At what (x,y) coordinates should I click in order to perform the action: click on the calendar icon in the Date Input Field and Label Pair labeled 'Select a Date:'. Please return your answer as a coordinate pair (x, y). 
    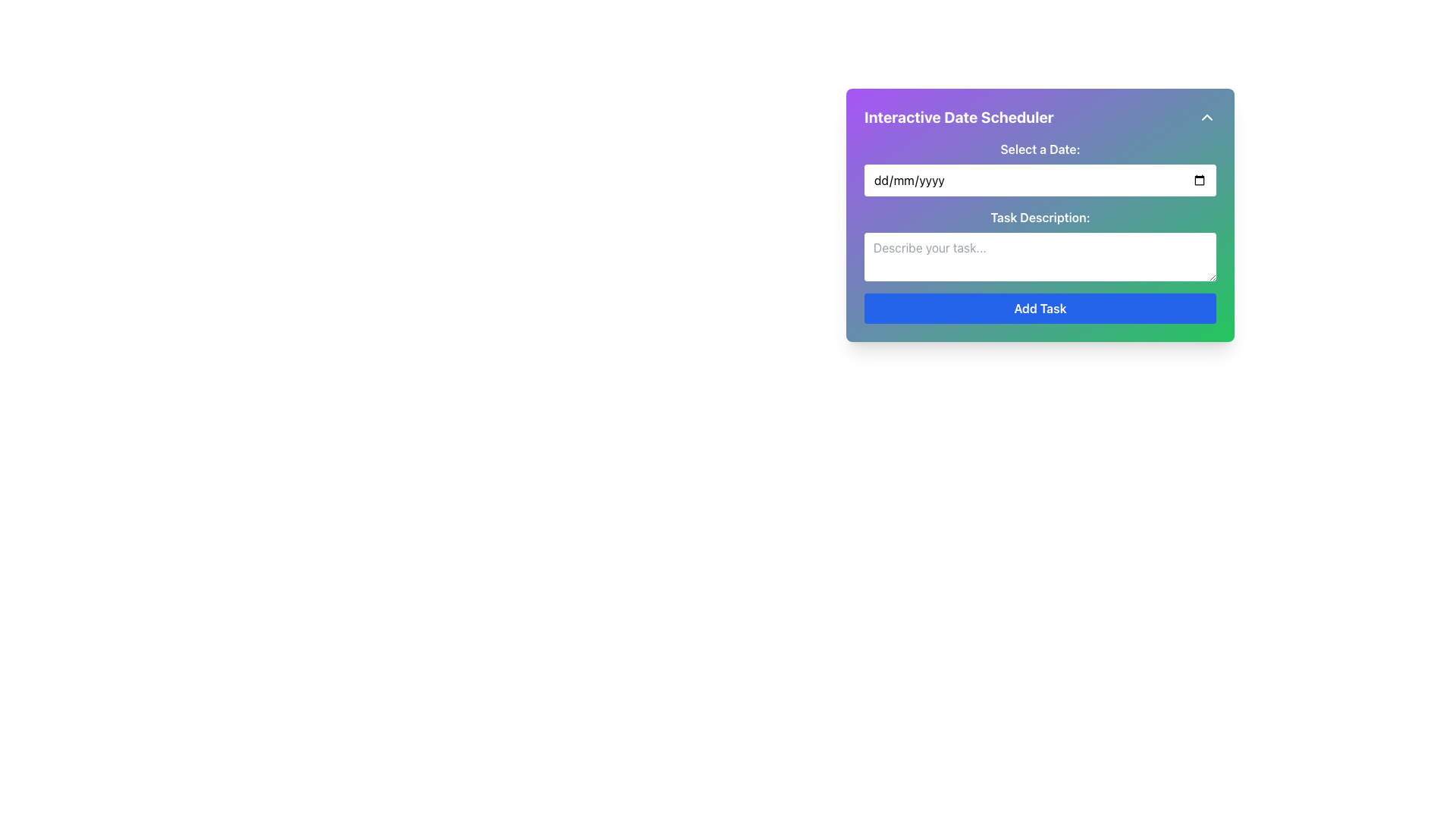
    Looking at the image, I should click on (1040, 168).